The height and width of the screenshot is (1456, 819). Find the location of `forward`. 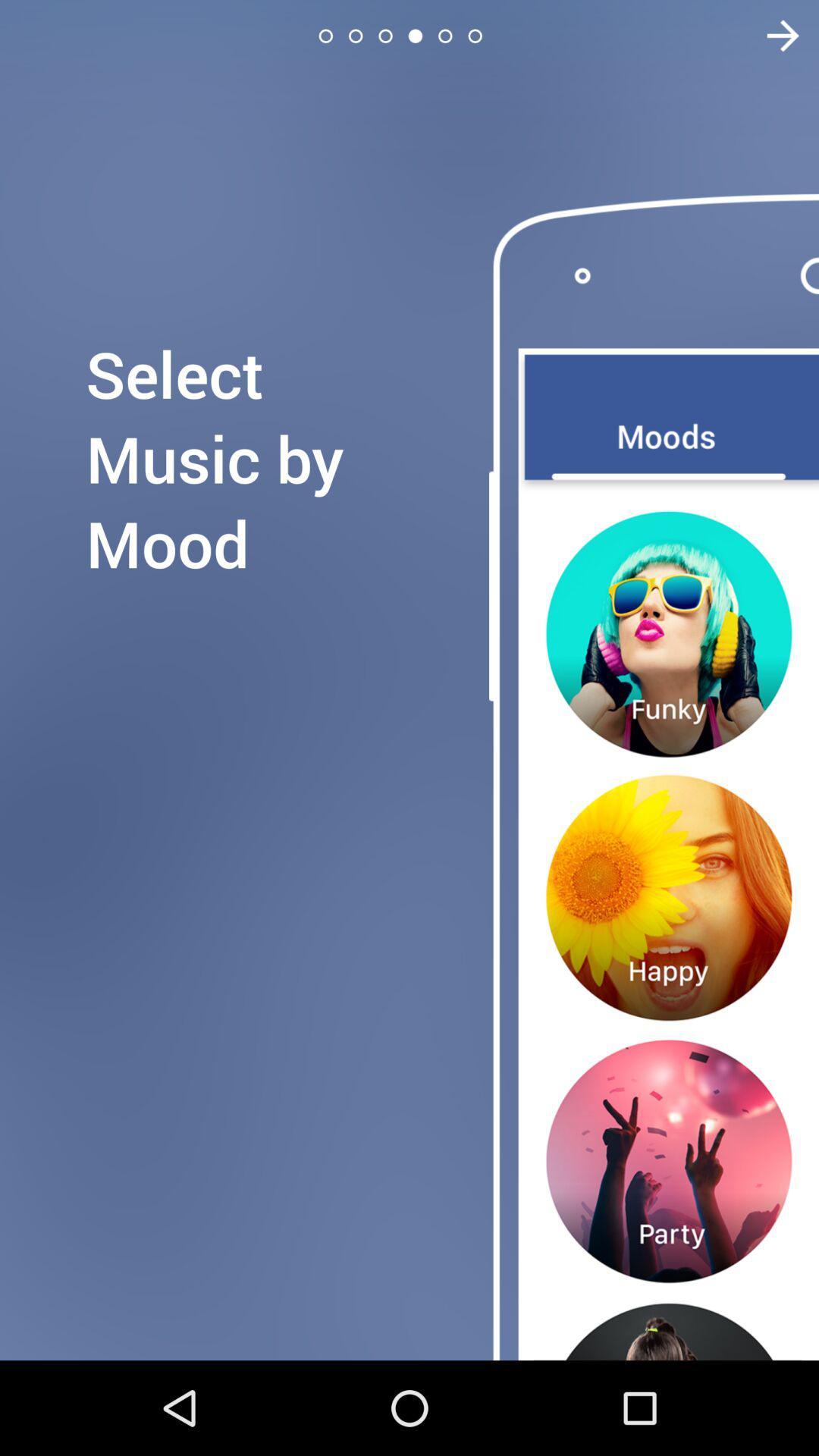

forward is located at coordinates (773, 36).